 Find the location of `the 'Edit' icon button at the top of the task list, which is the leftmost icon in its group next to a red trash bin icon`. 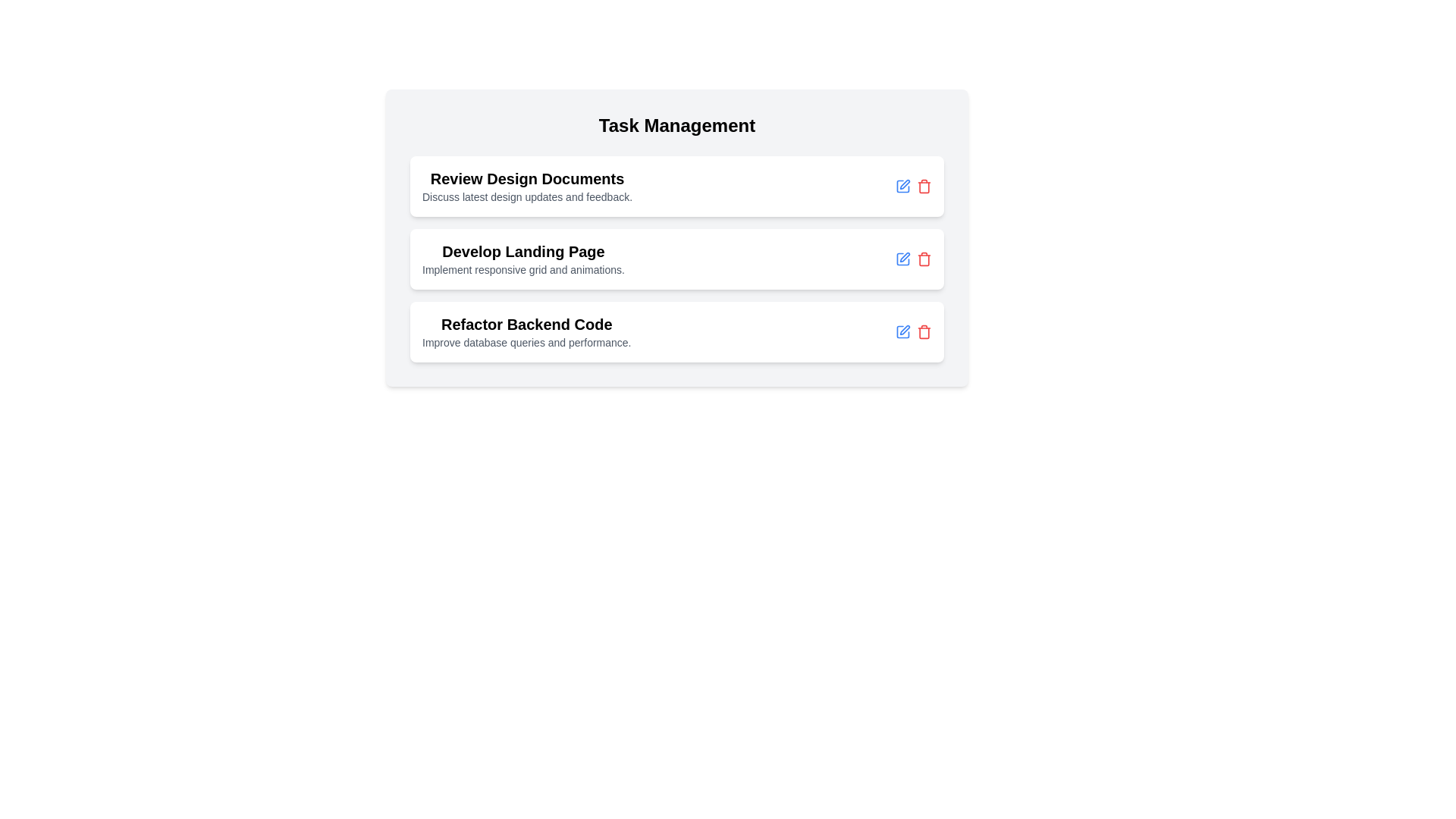

the 'Edit' icon button at the top of the task list, which is the leftmost icon in its group next to a red trash bin icon is located at coordinates (902, 186).